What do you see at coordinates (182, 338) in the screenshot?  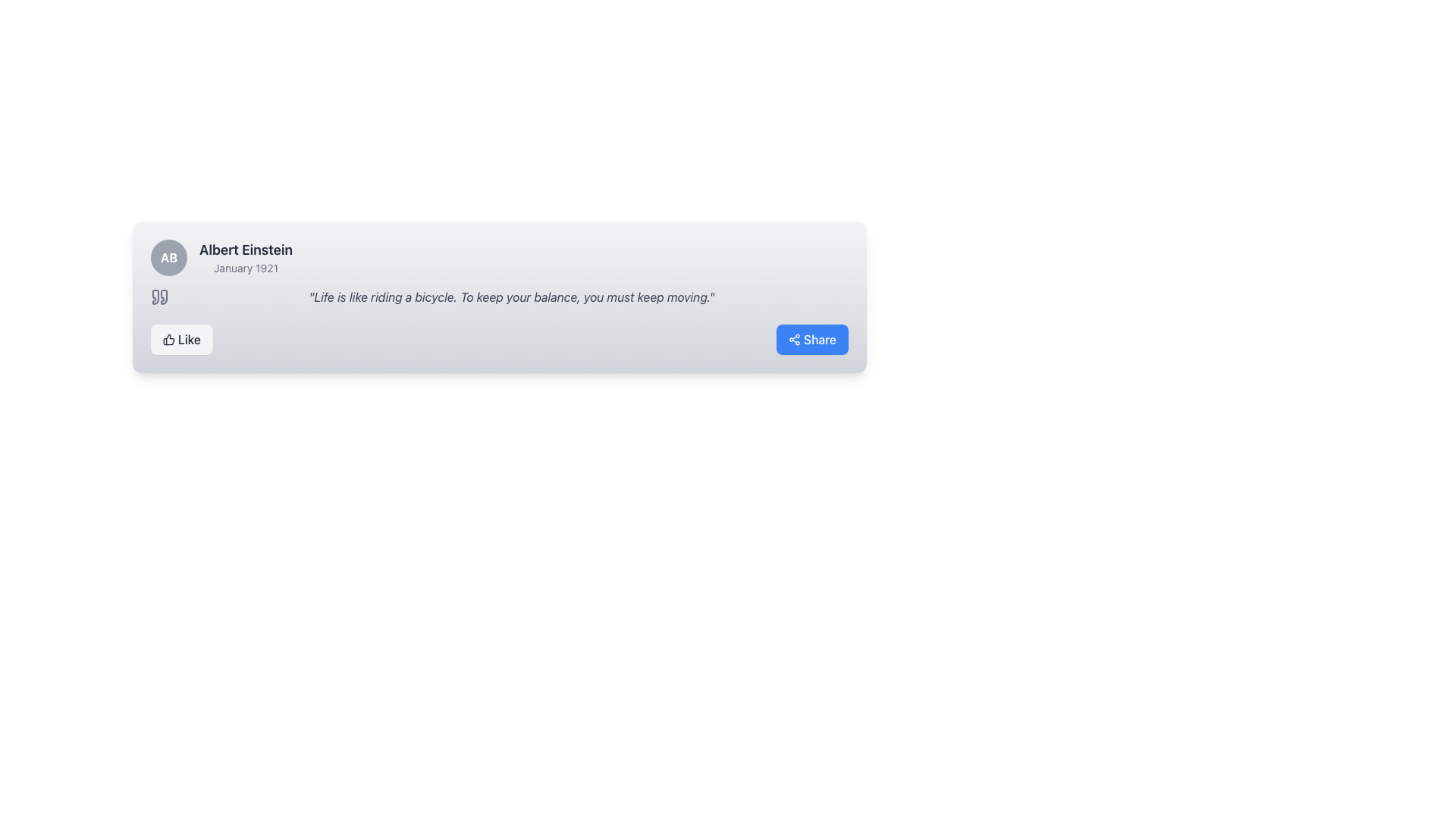 I see `the 'Like' button with a gray background that changes to a lighter gray when hovered, which is located at the bottom left of the card adjacent to the 'Share' button` at bounding box center [182, 338].